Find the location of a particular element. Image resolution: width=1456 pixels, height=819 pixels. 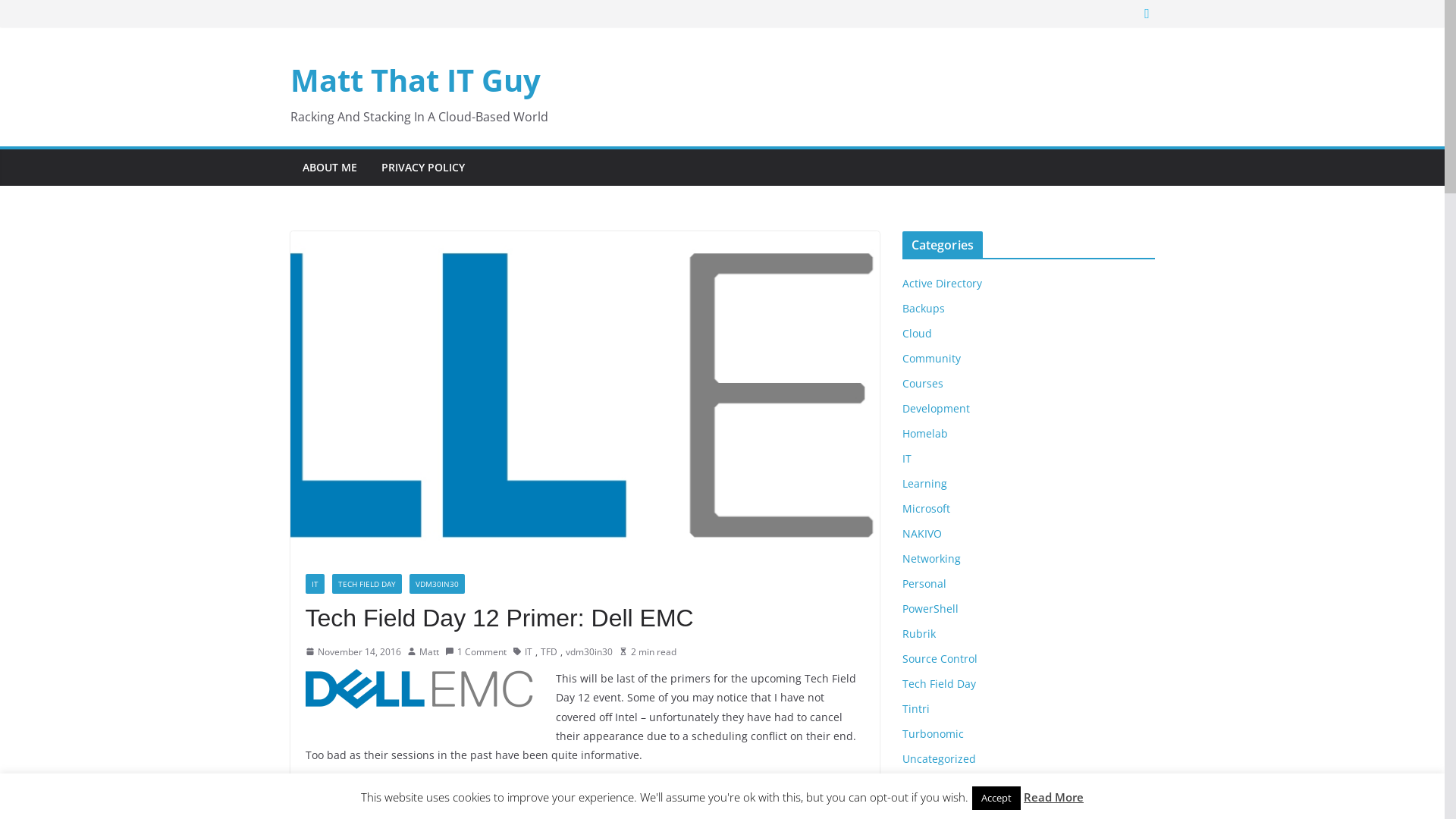

'IT' is located at coordinates (524, 651).